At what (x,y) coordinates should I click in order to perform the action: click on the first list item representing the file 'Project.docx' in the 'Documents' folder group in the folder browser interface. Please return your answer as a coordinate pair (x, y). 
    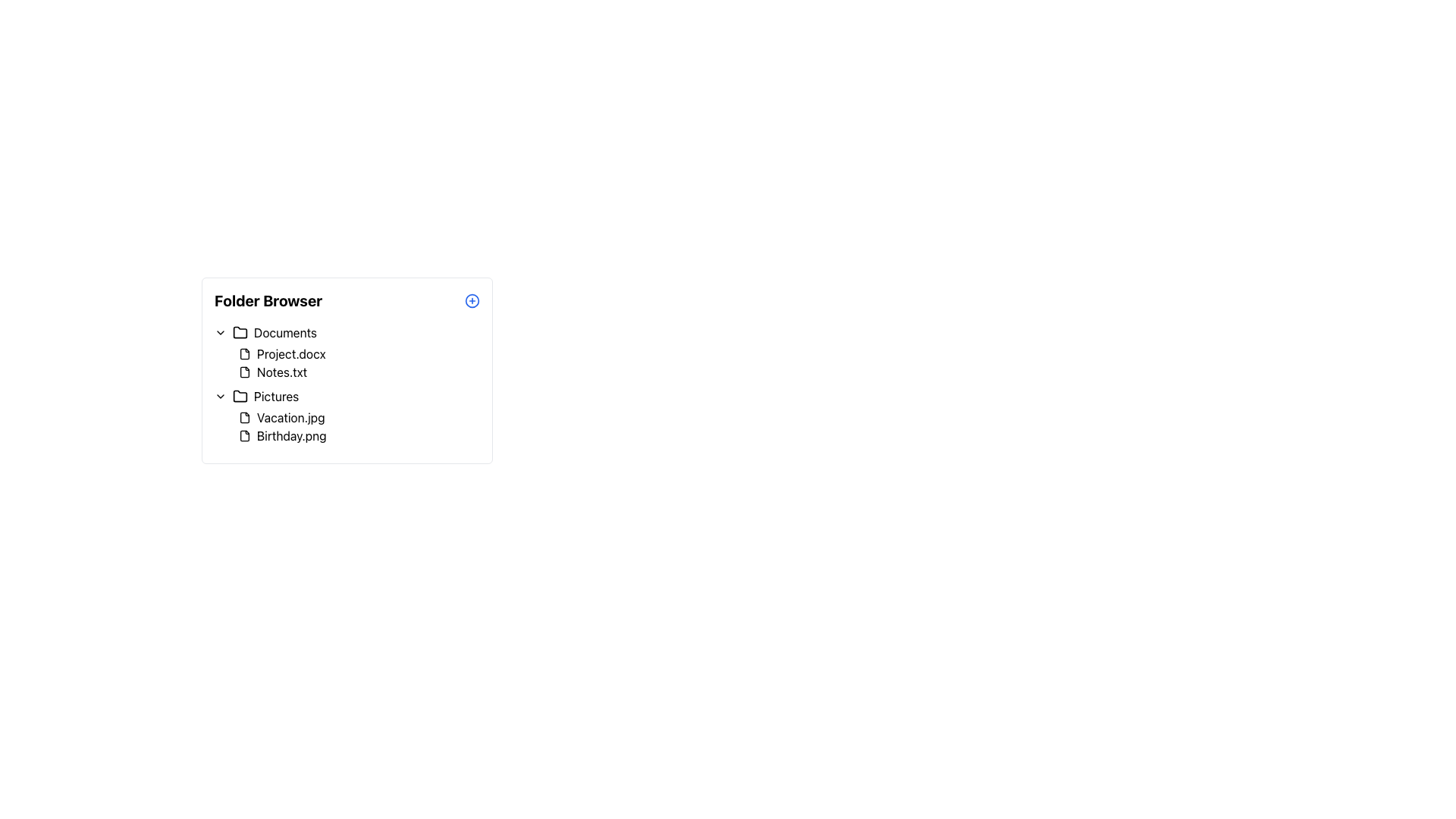
    Looking at the image, I should click on (356, 353).